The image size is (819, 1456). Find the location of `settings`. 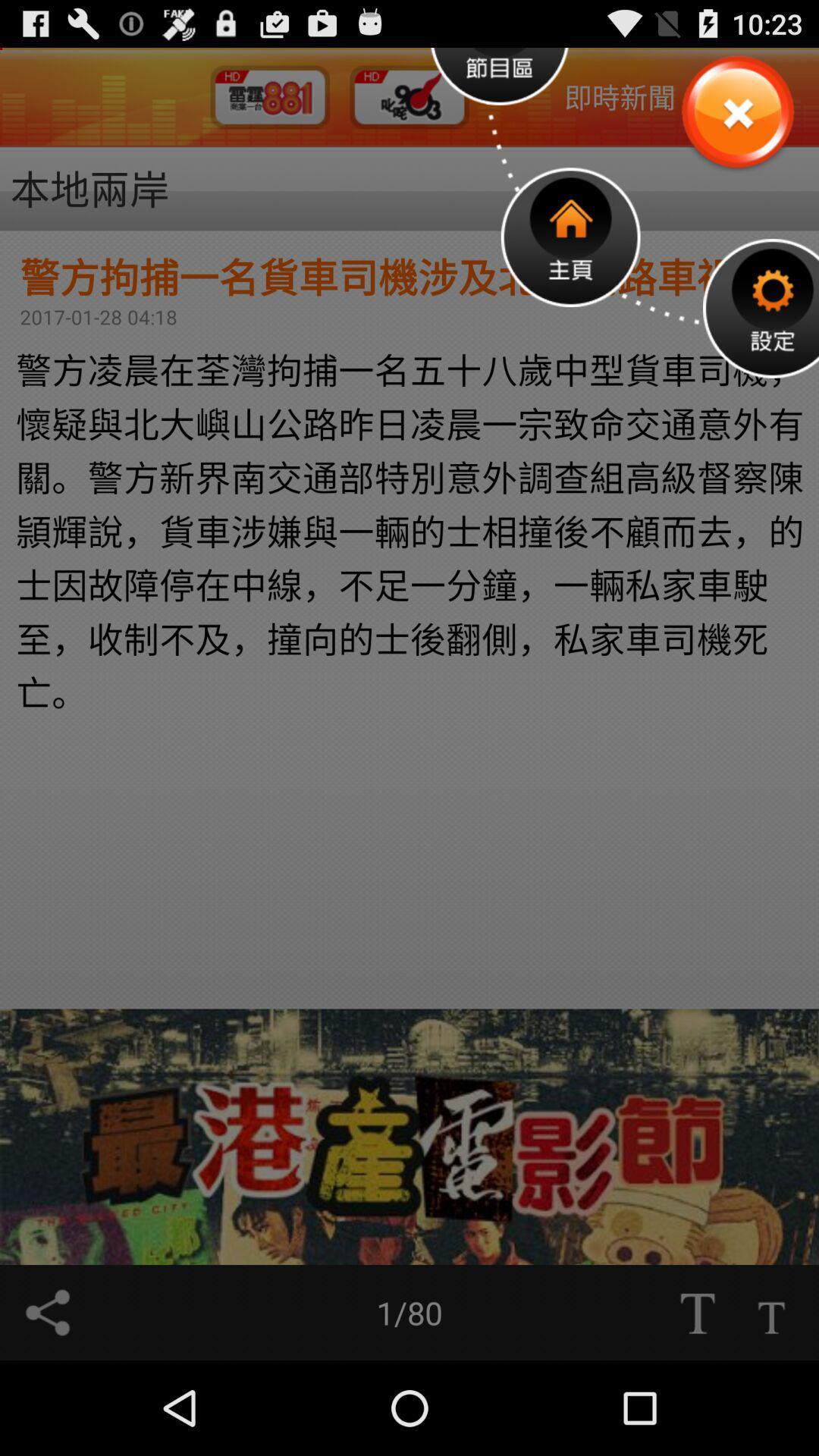

settings is located at coordinates (761, 307).